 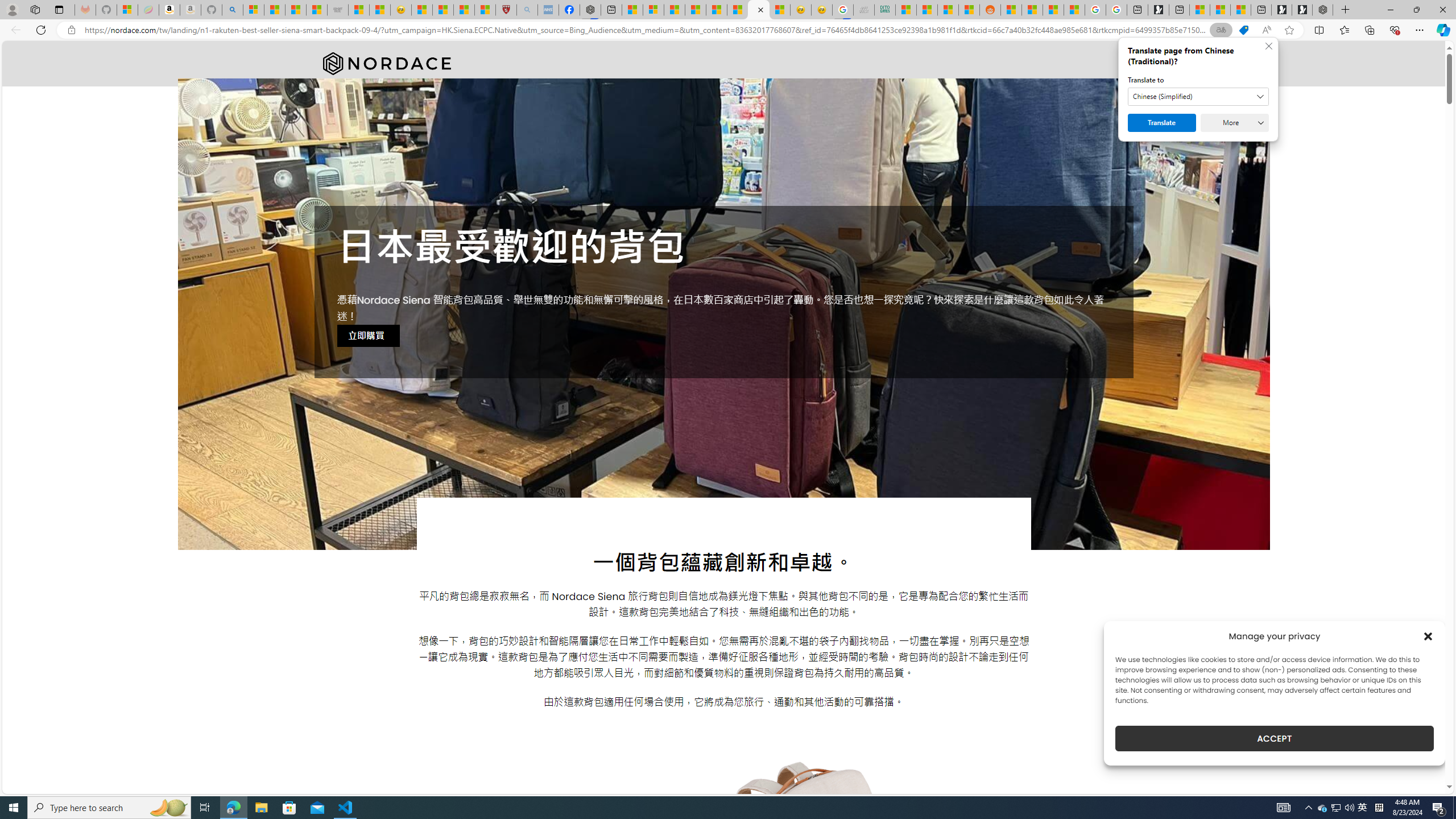 I want to click on 'These 3 Stocks Pay You More Than 5% to Own Them', so click(x=1240, y=9).